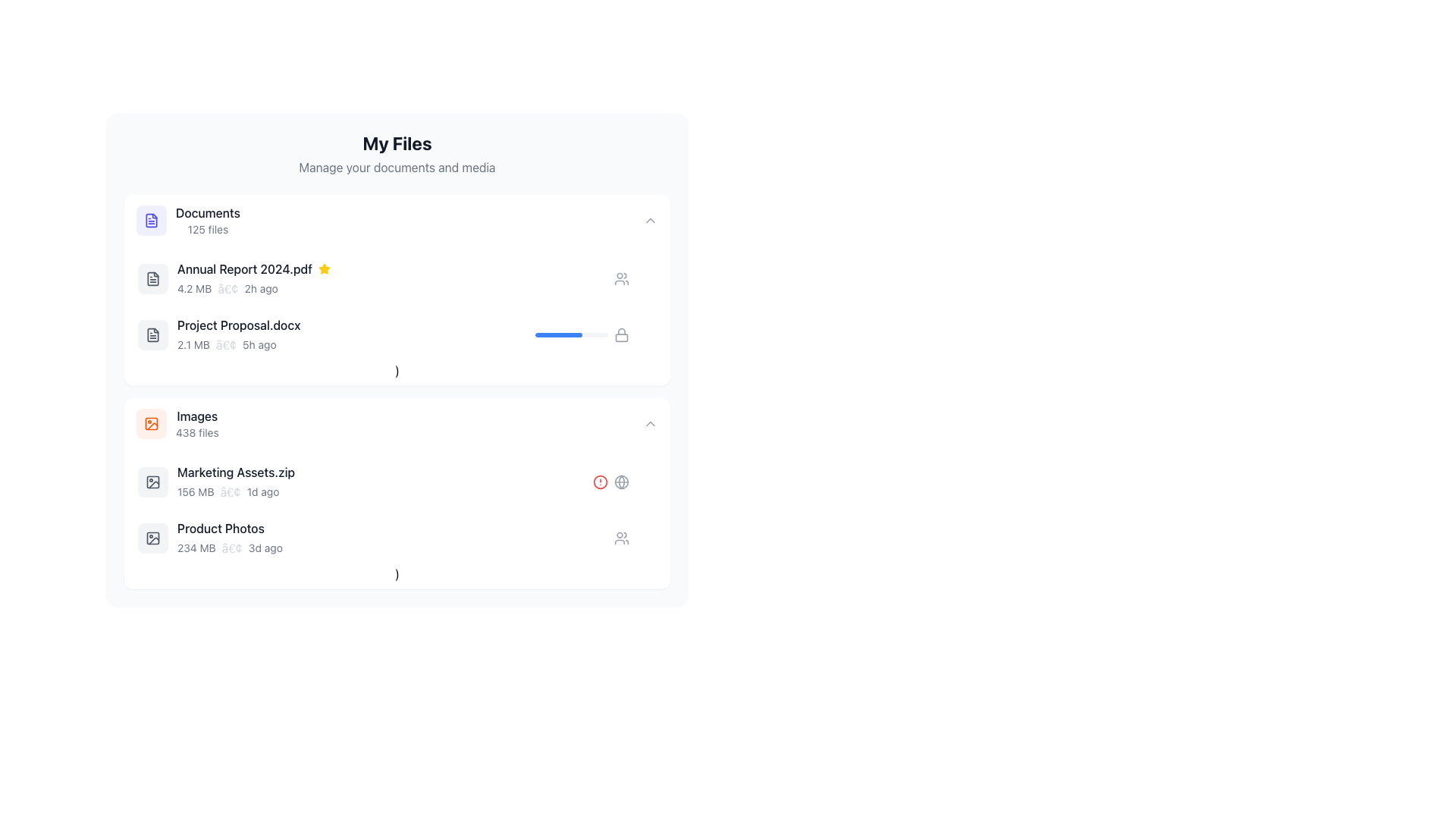 The image size is (1456, 819). What do you see at coordinates (397, 167) in the screenshot?
I see `static text component located directly beneath the header 'My Files', which serves as a subtitle explaining the functionality of the section` at bounding box center [397, 167].